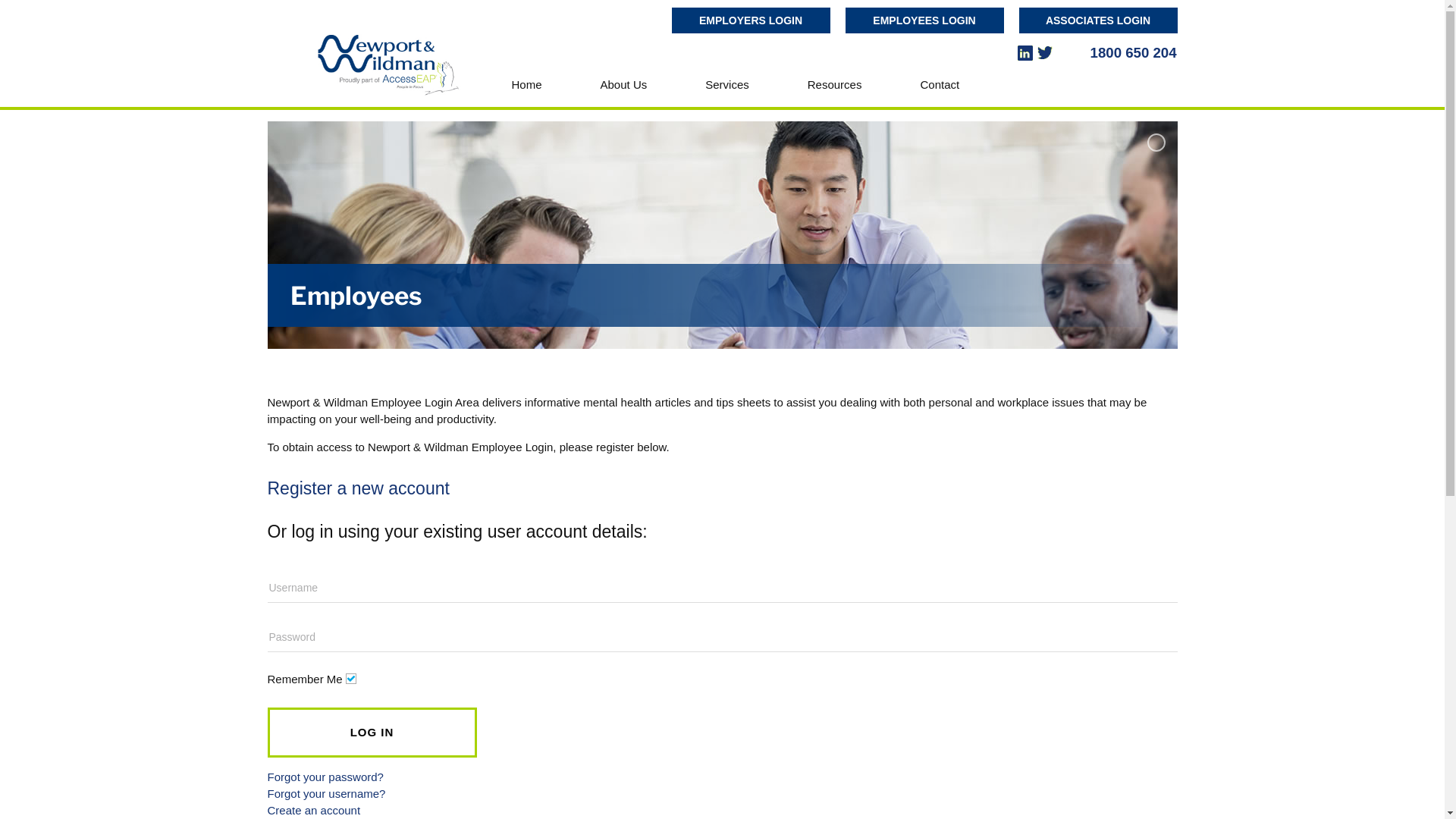  What do you see at coordinates (371, 731) in the screenshot?
I see `'LOG IN'` at bounding box center [371, 731].